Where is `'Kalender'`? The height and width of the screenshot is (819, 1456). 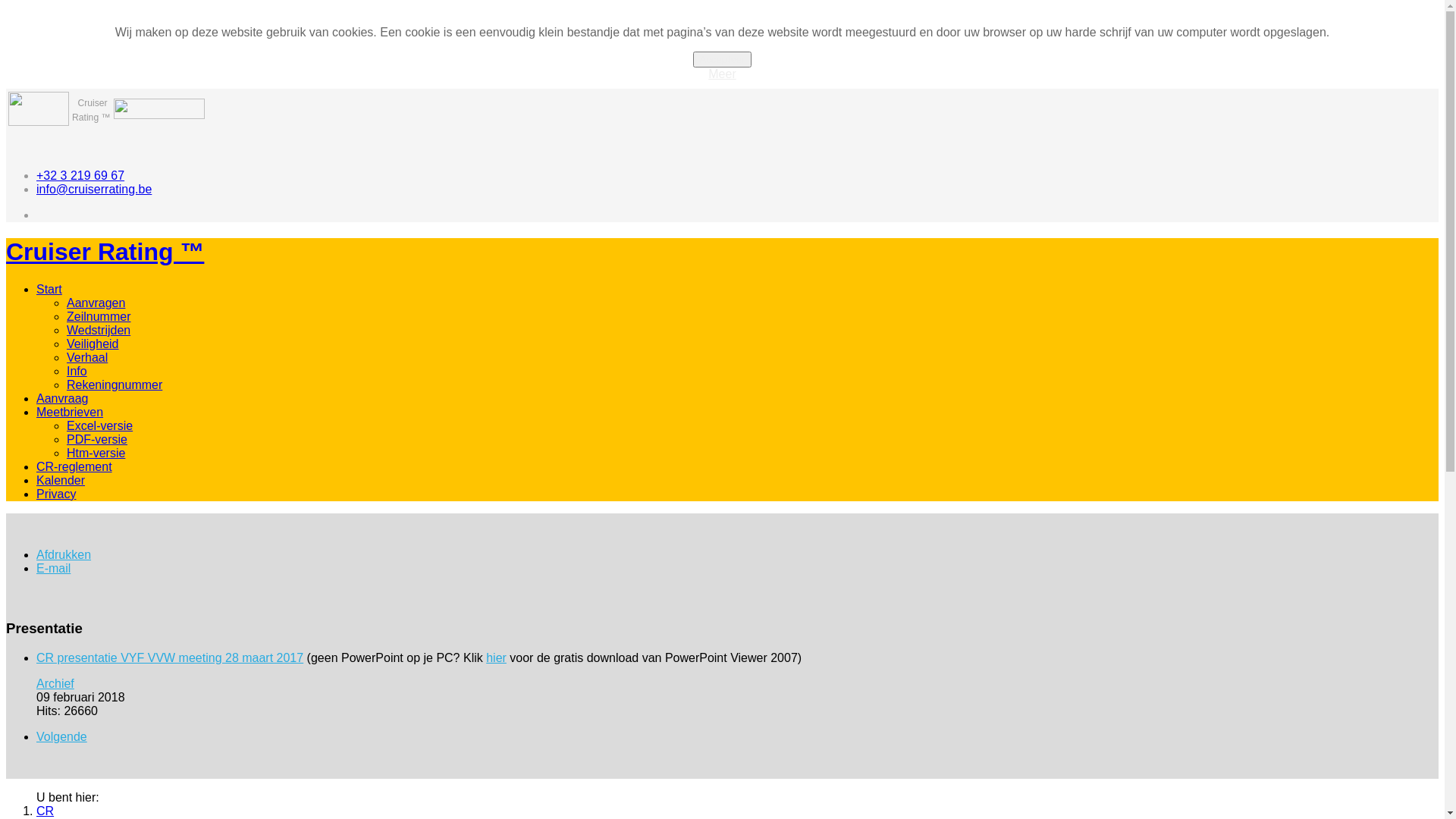
'Kalender' is located at coordinates (61, 480).